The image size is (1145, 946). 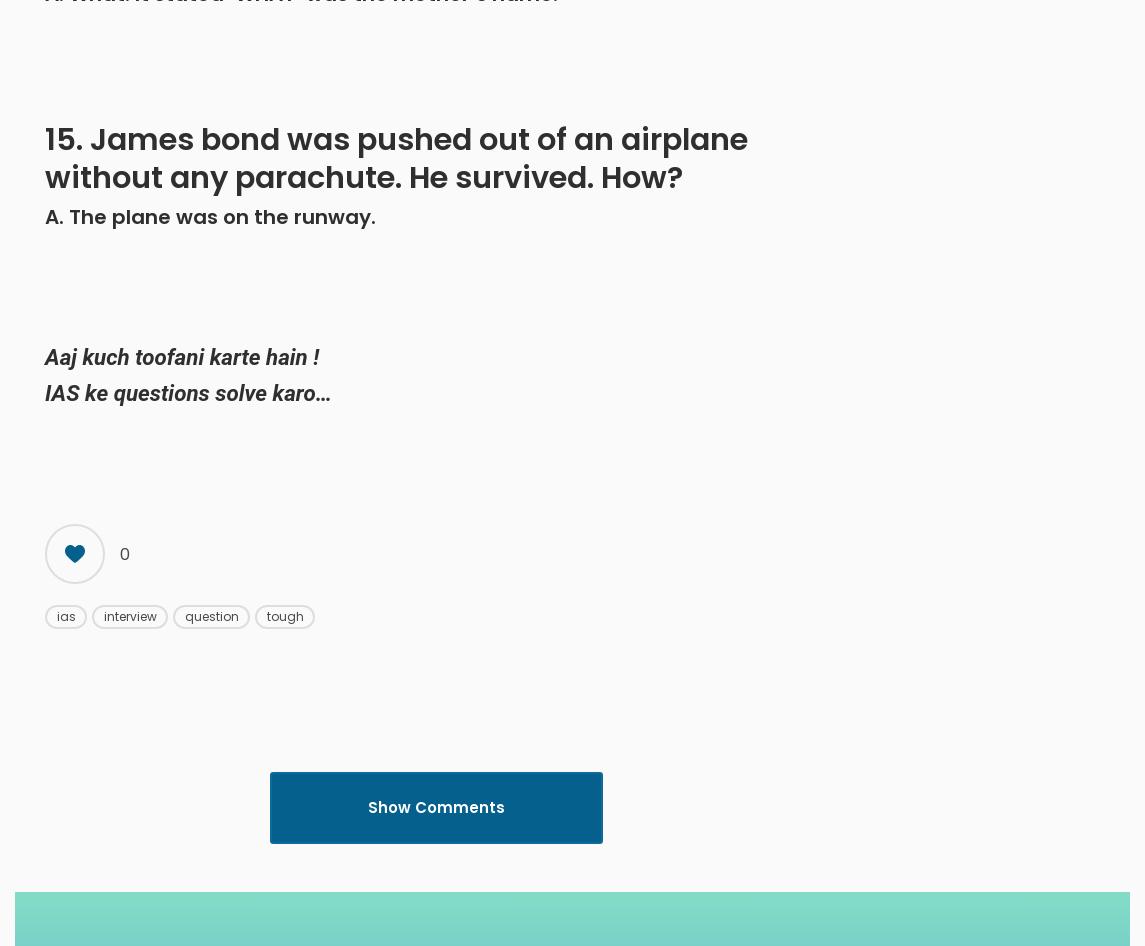 I want to click on 'IAS ke questions solve karo…', so click(x=188, y=392).